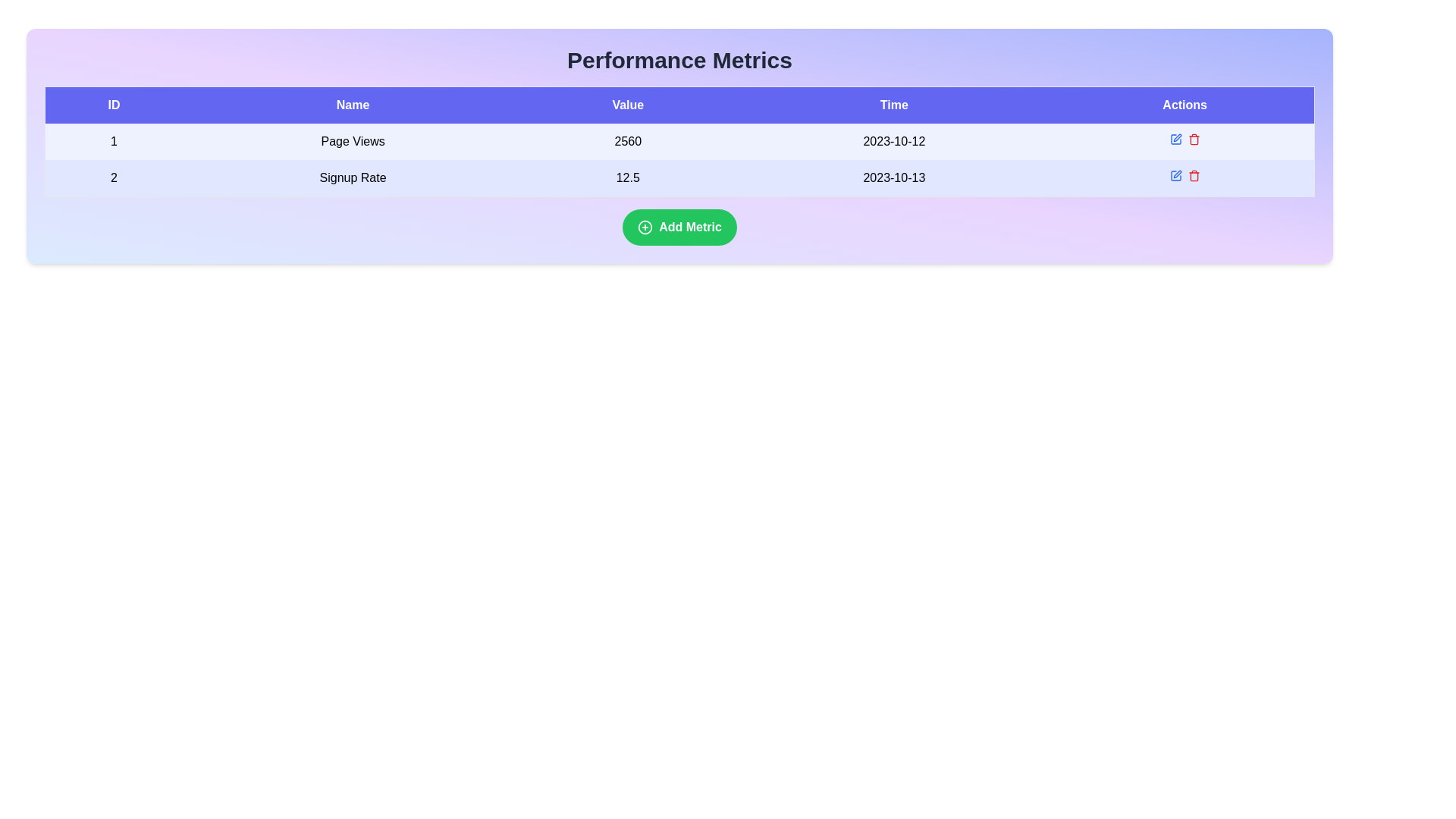 The width and height of the screenshot is (1456, 819). I want to click on the static text label displaying 'Signup Rate' which is bold and centralized, located in the second row of the table under the 'Name' column, so click(352, 177).